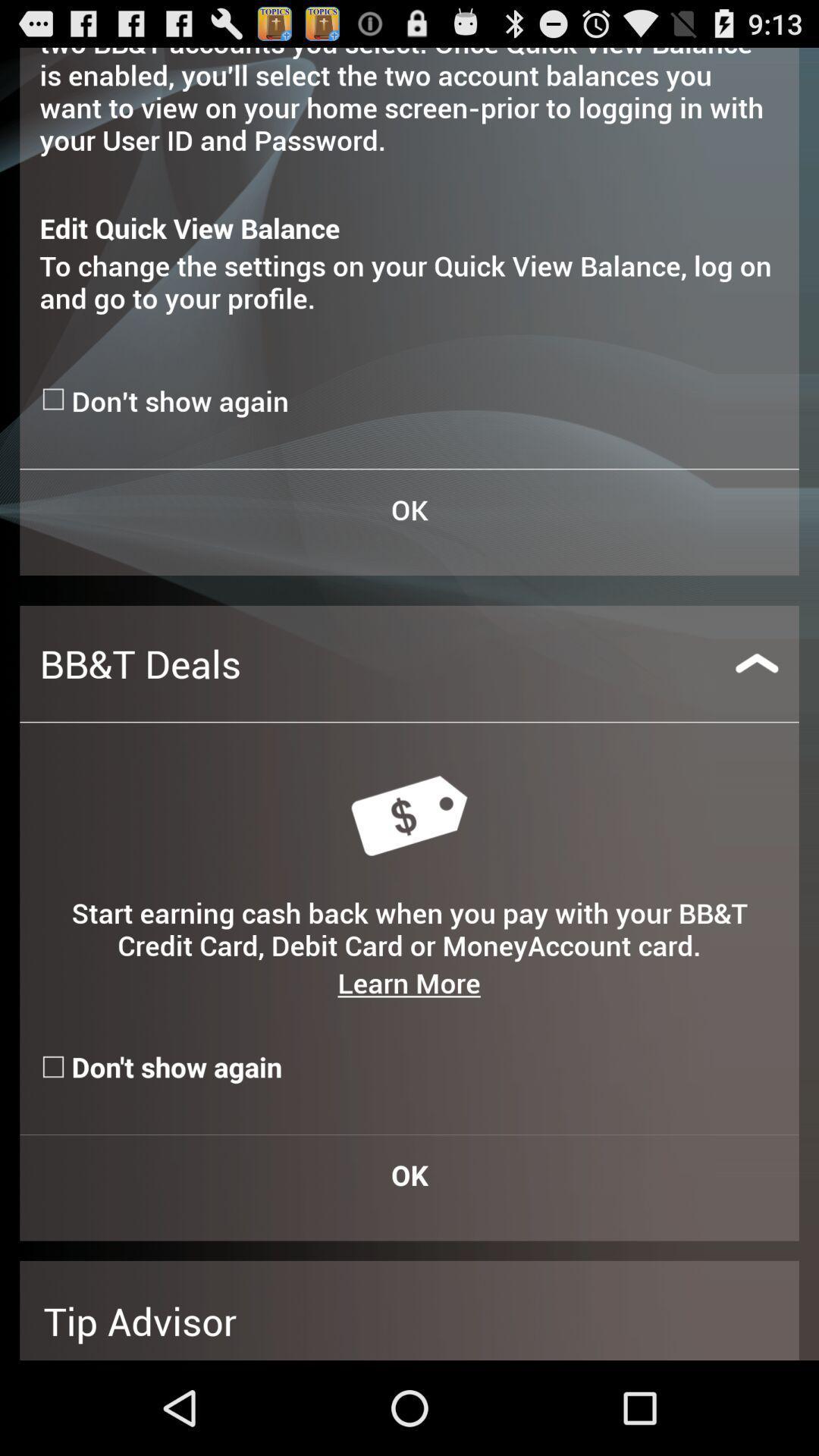 This screenshot has width=819, height=1456. I want to click on learn more item, so click(408, 983).